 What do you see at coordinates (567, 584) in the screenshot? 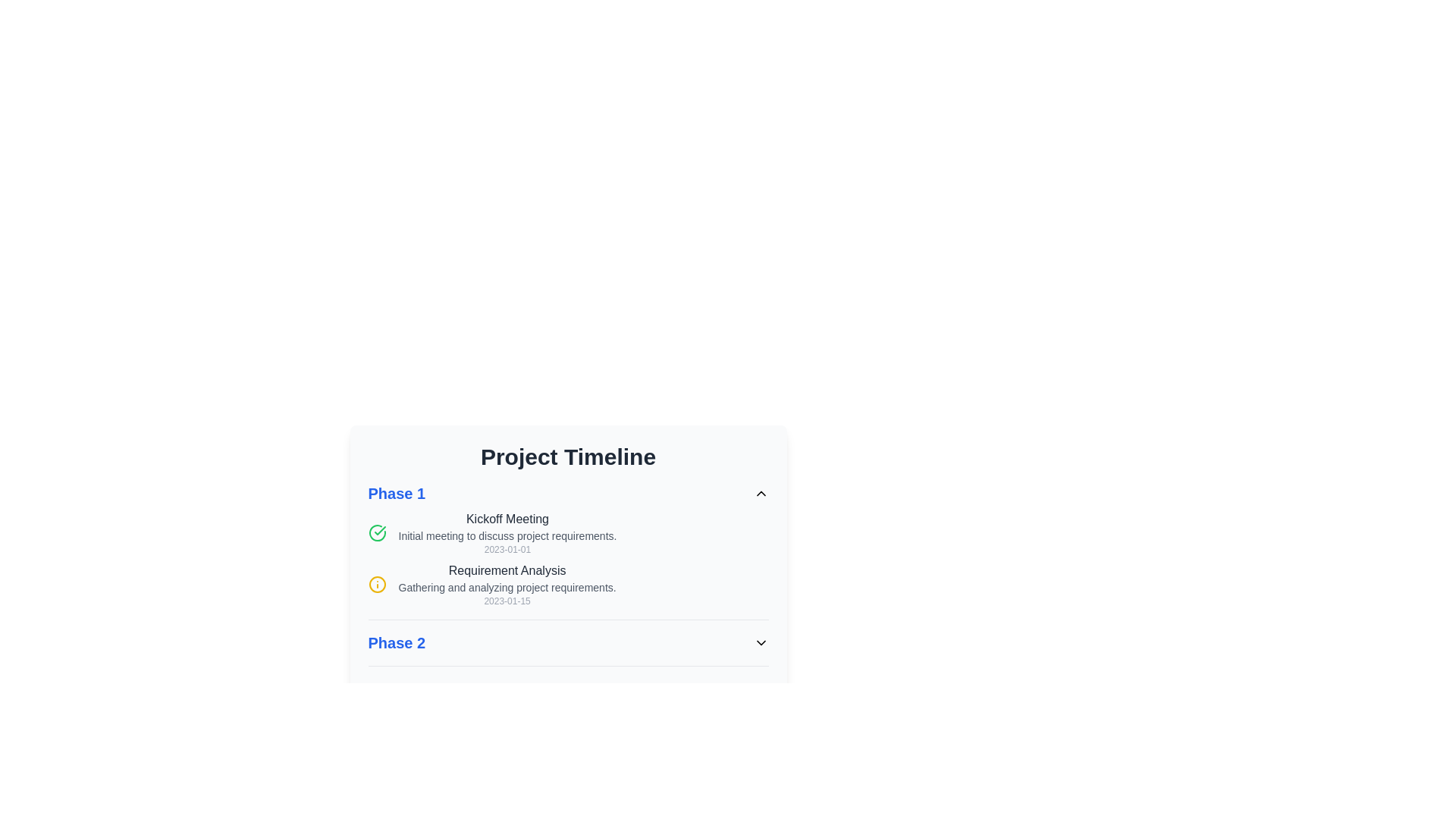
I see `the 'Requirement Analysis' phase text block with an icon located below 'Kickoff Meeting' in the timeline labeled 'Phase 1'` at bounding box center [567, 584].